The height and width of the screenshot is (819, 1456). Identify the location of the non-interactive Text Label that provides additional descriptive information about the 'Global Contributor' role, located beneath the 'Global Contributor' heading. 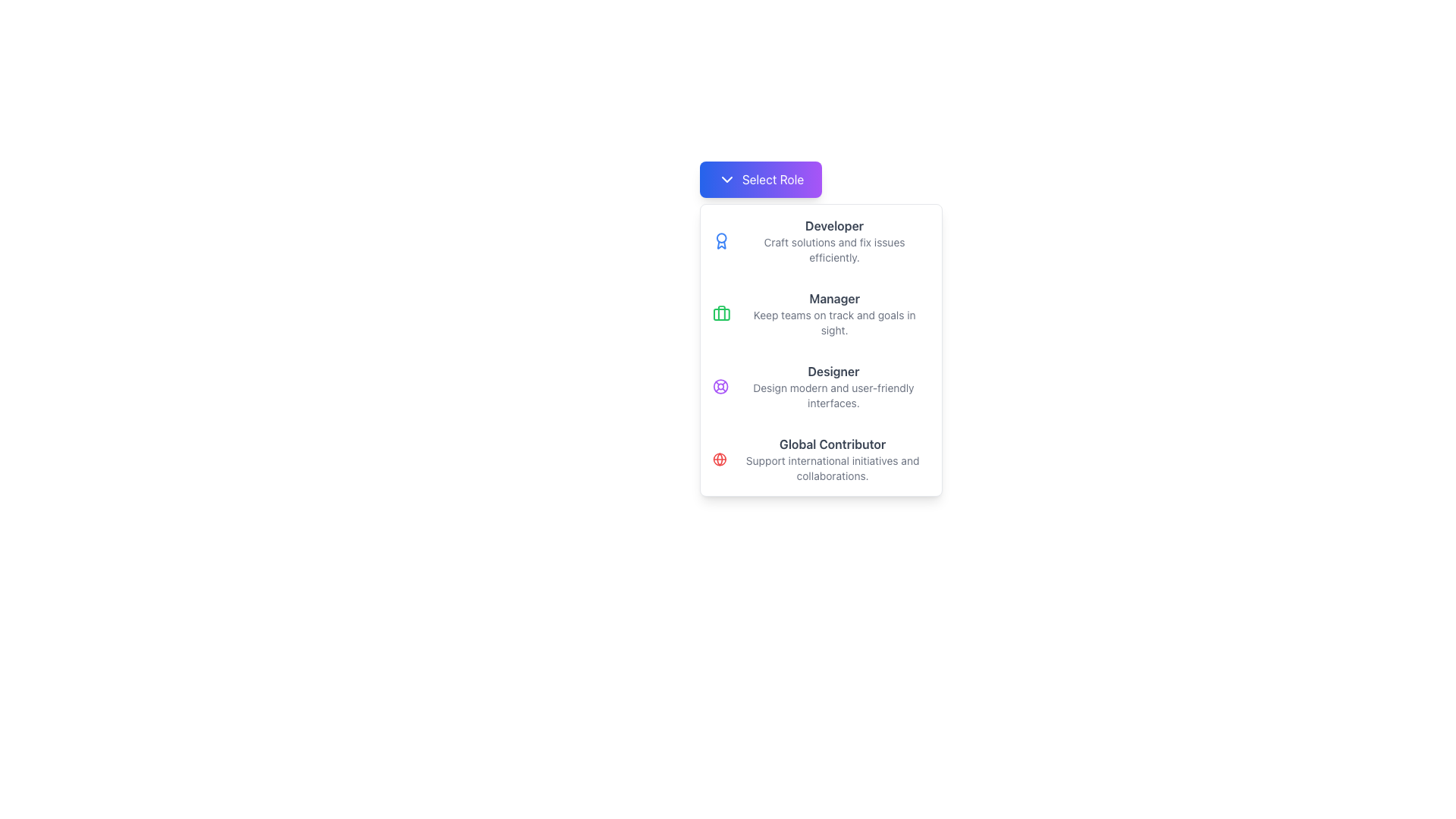
(832, 467).